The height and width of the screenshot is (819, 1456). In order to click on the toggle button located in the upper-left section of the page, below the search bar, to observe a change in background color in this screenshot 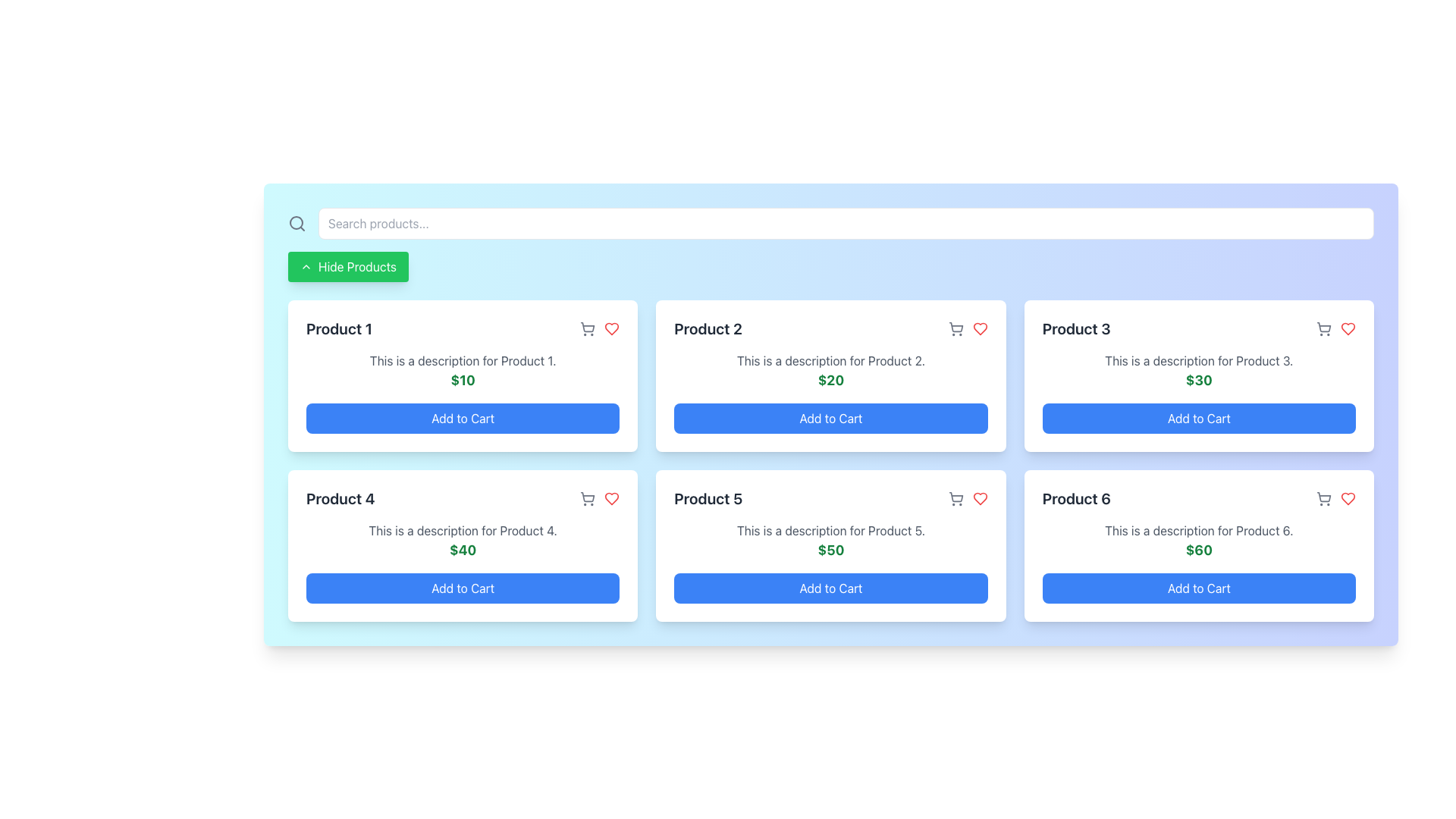, I will do `click(347, 265)`.